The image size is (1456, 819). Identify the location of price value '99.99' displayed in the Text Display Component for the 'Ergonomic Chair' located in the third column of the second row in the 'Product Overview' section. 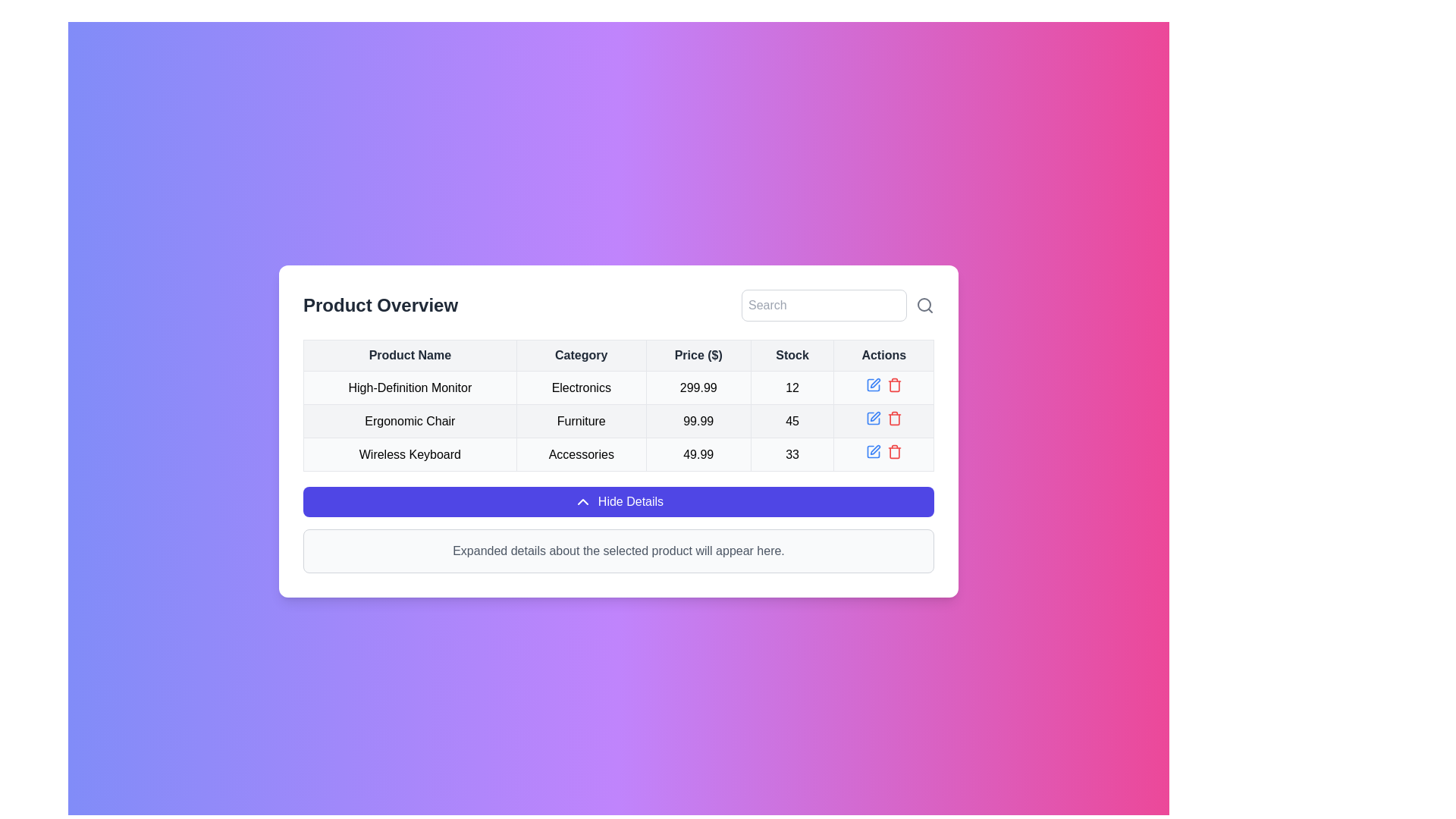
(698, 421).